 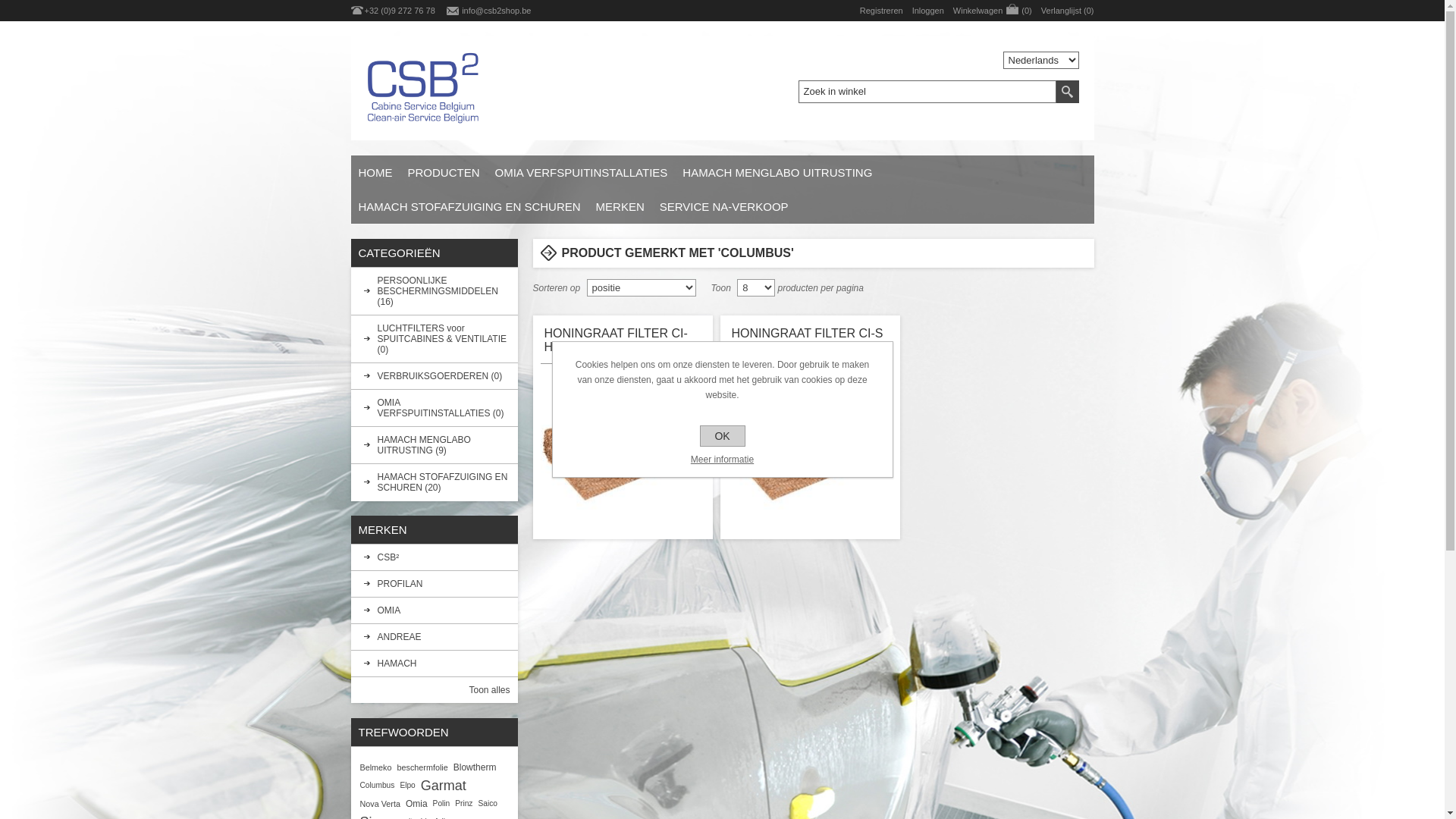 I want to click on 'Polin', so click(x=441, y=803).